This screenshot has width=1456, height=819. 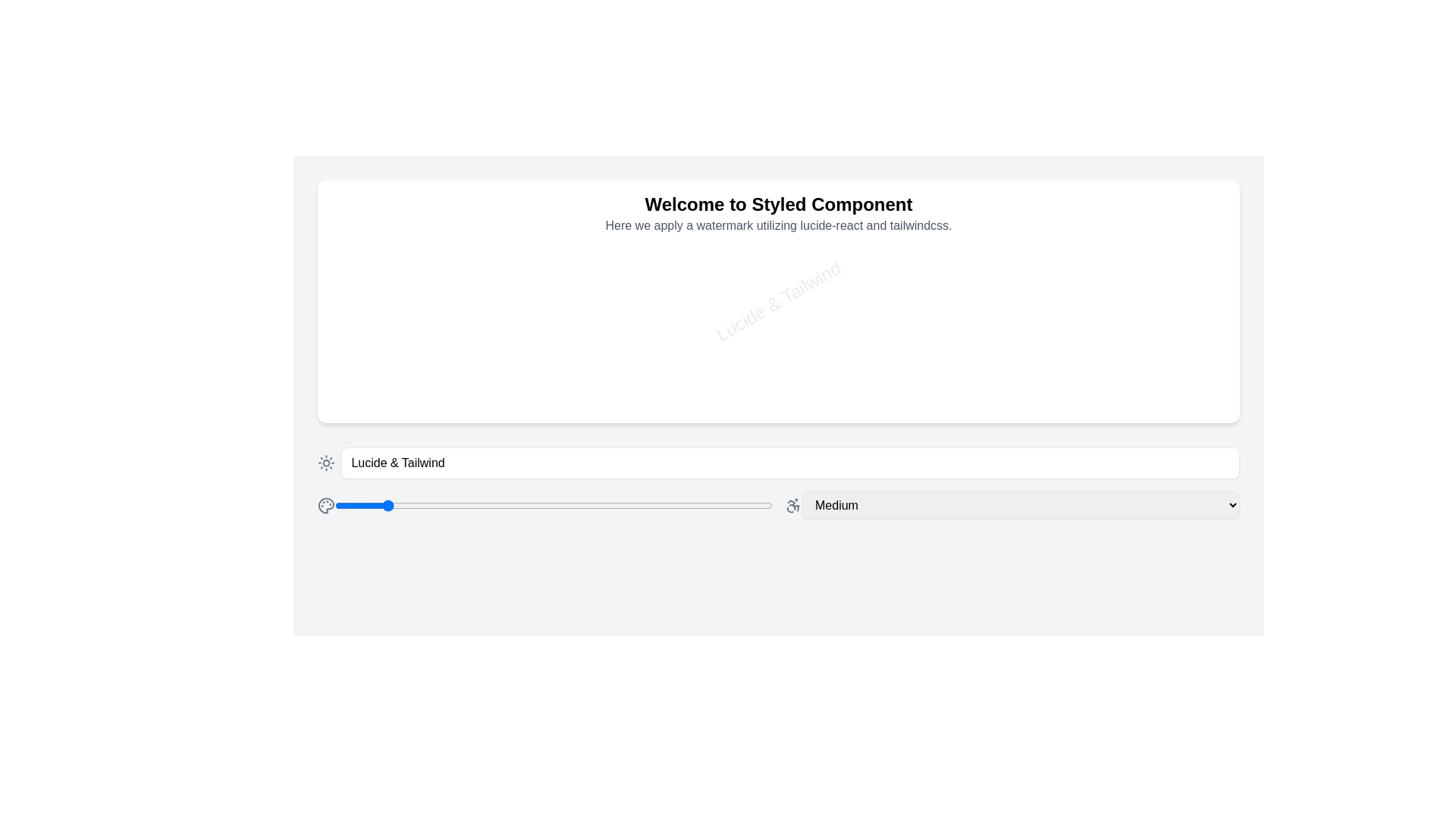 I want to click on the brightness icon, which is the first component in a horizontal group situated to the left of the 'Lucide & Tailwind' text input field, so click(x=325, y=462).